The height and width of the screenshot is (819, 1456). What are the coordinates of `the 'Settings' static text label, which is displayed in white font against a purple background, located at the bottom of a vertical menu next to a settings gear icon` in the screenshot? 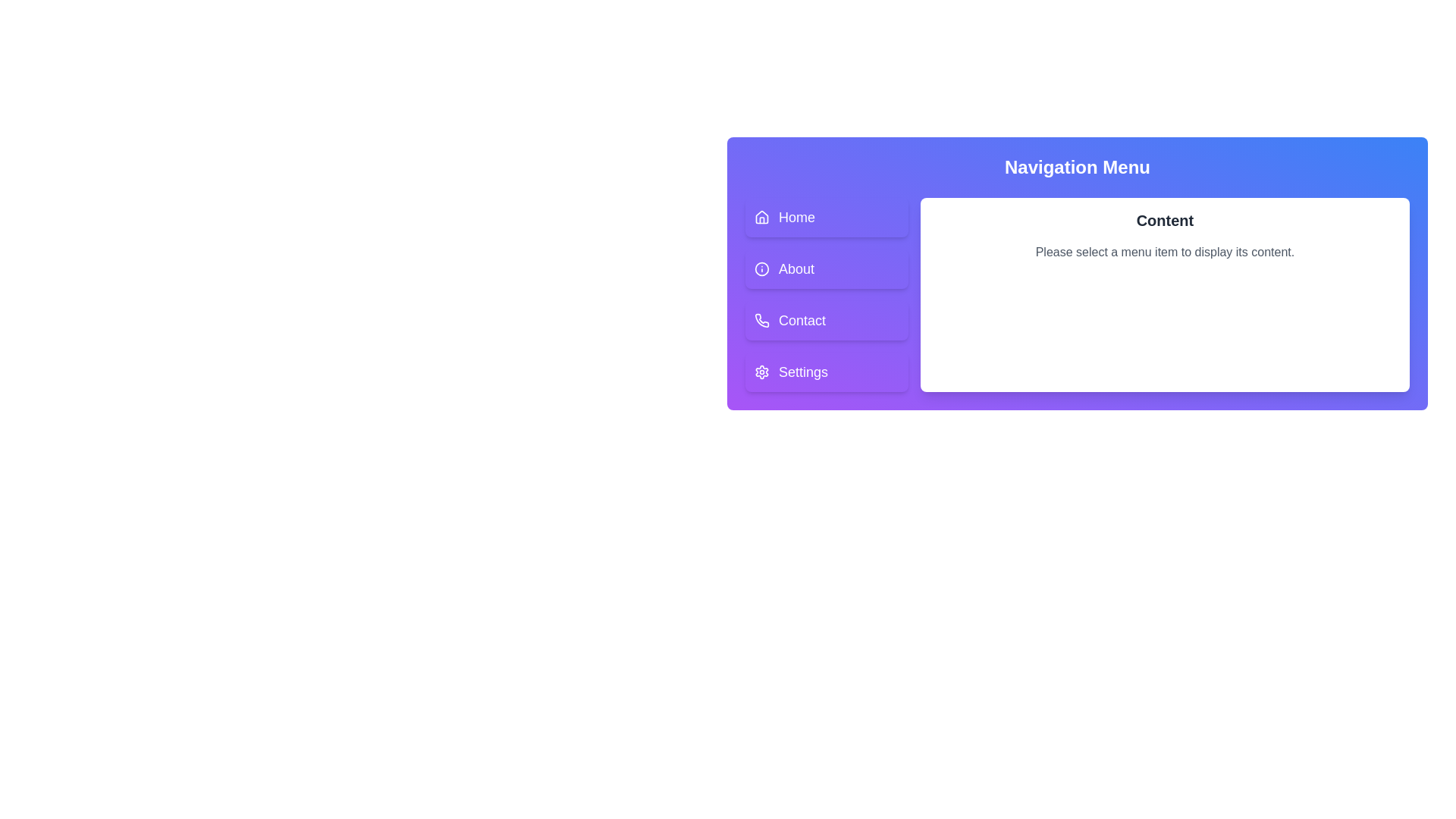 It's located at (802, 372).